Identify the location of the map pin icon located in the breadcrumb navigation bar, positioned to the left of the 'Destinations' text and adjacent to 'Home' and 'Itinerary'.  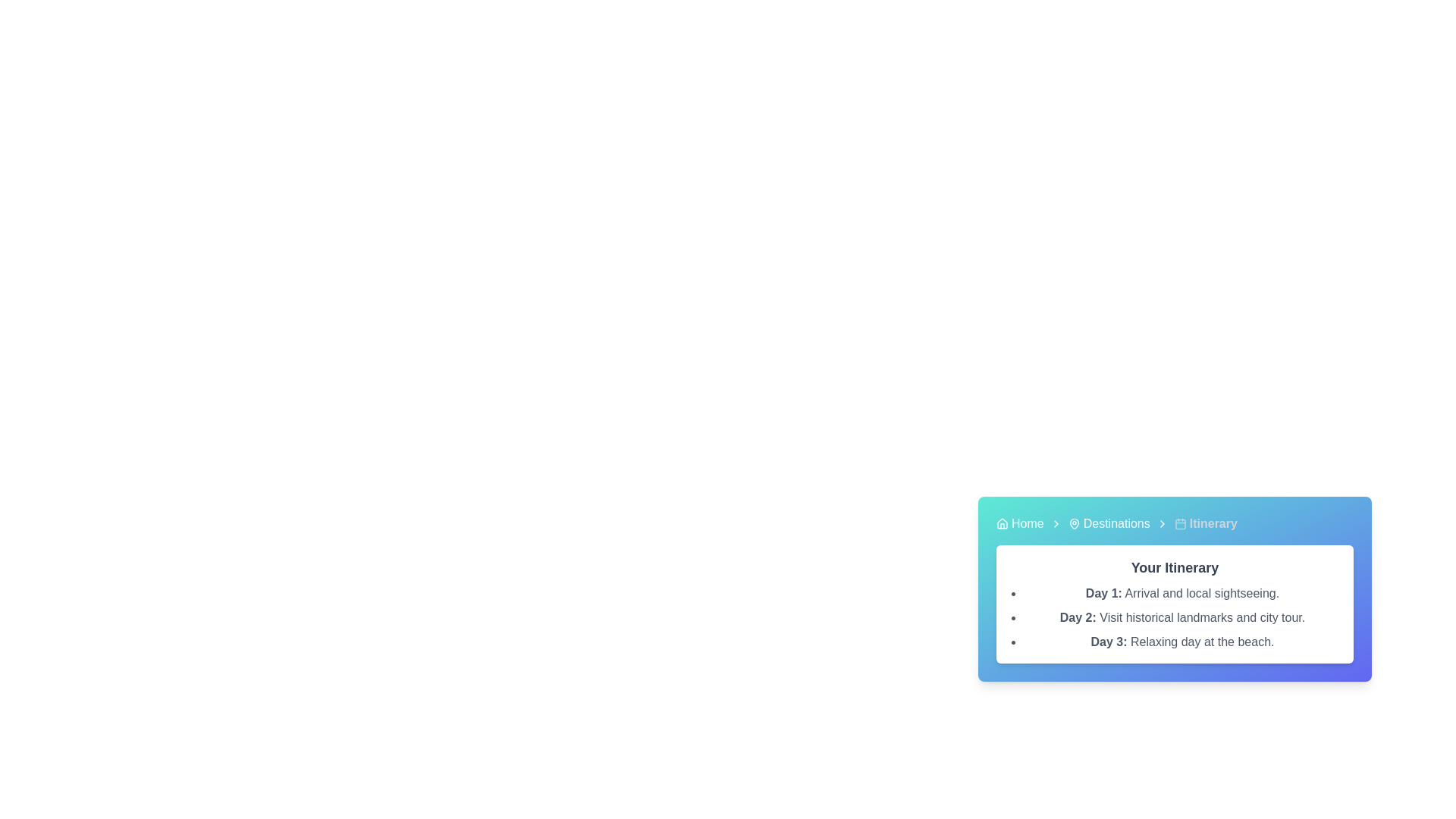
(1073, 522).